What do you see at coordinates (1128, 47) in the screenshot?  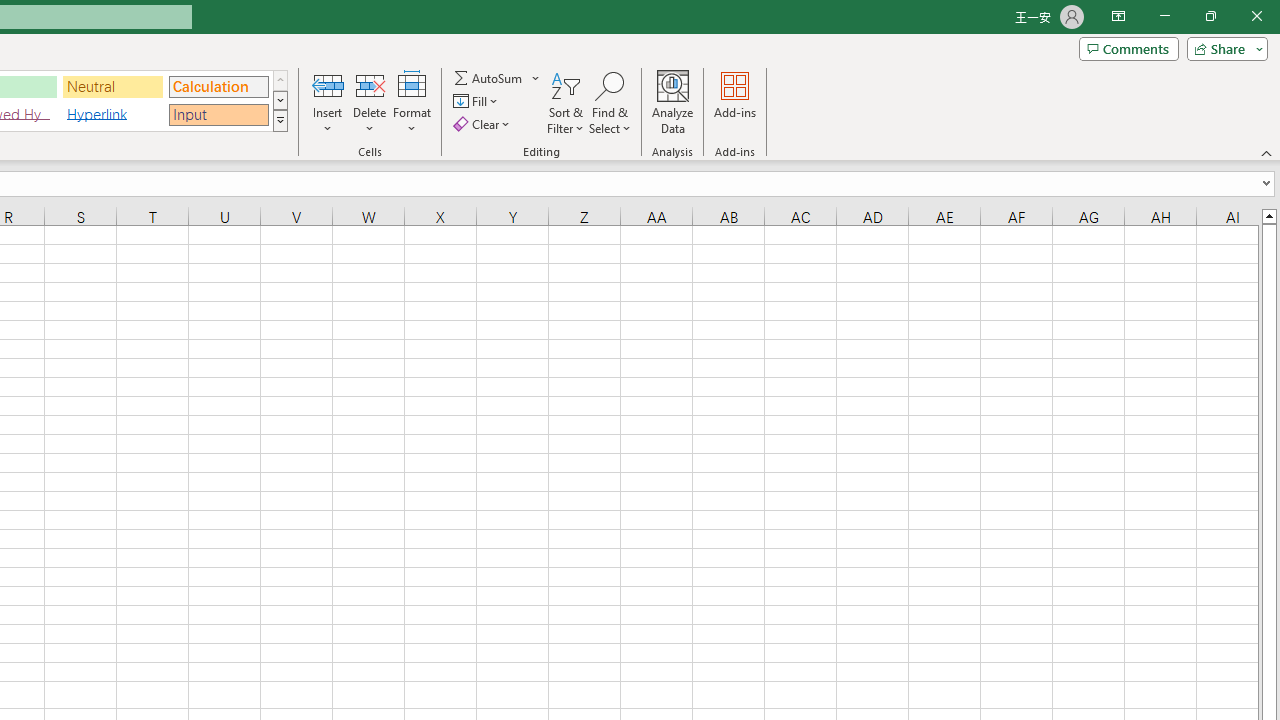 I see `'Comments'` at bounding box center [1128, 47].